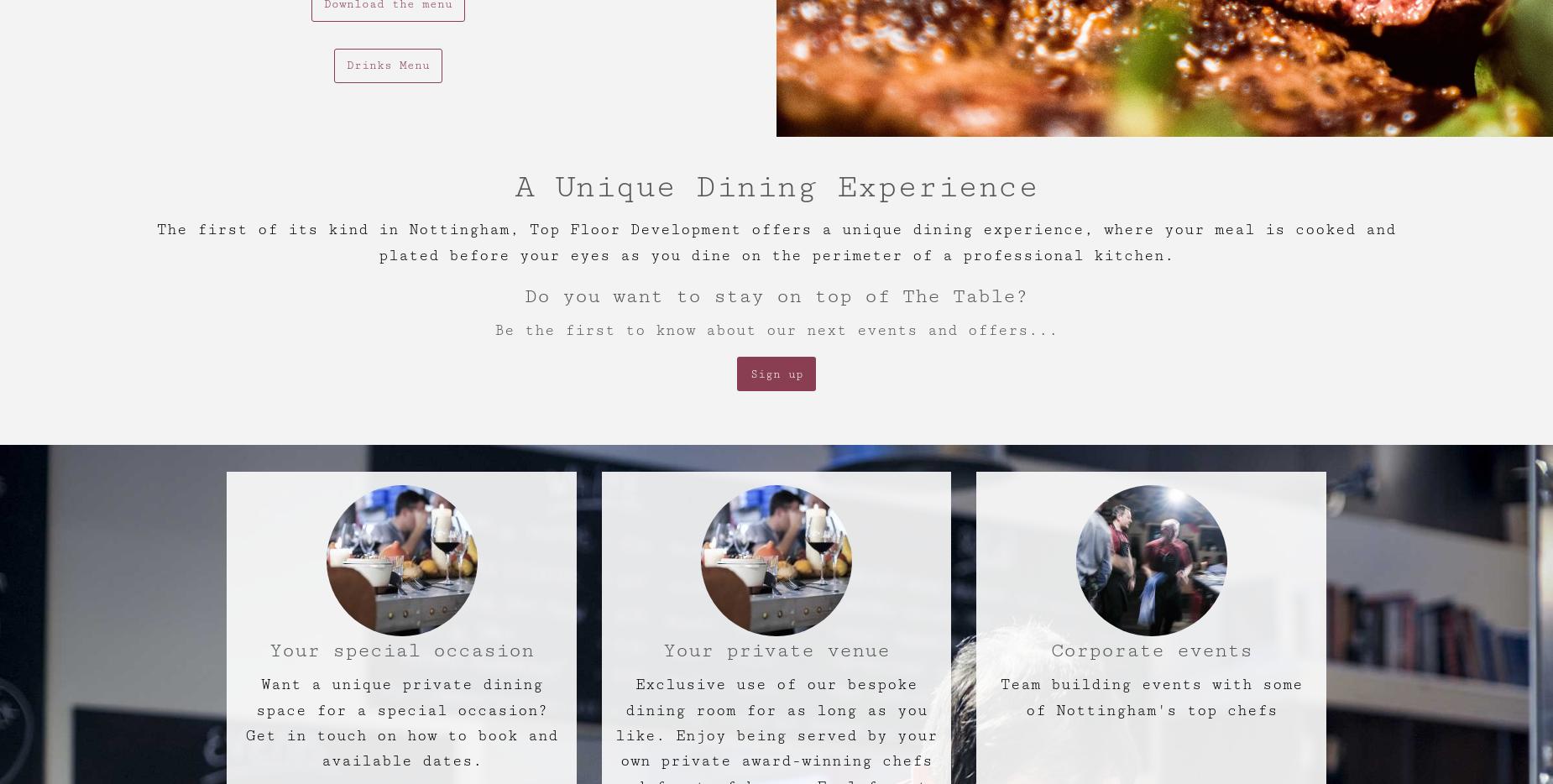  What do you see at coordinates (387, 65) in the screenshot?
I see `'Drinks Menu'` at bounding box center [387, 65].